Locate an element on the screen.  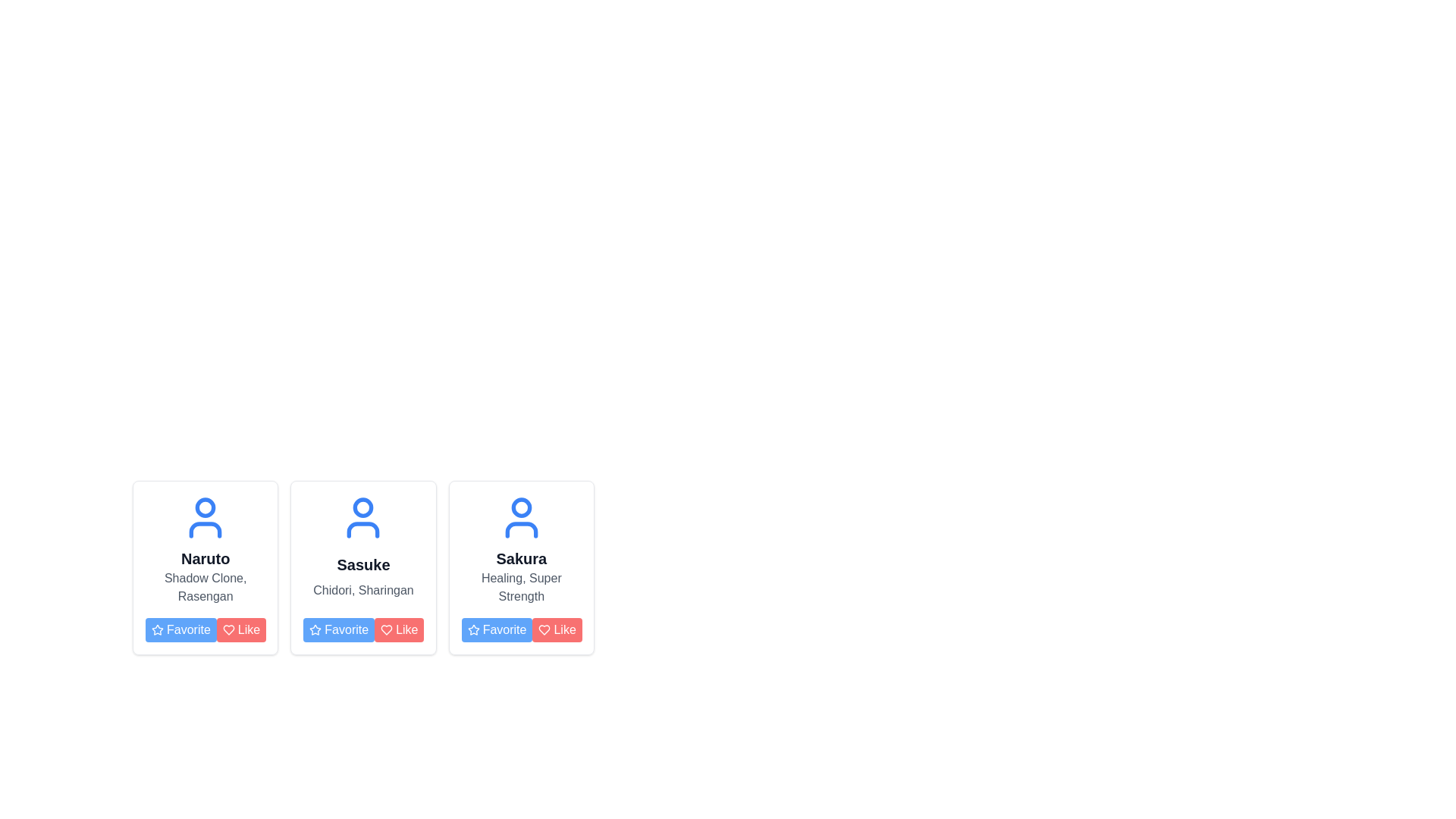
the 'Favorite' button associated with 'Sakura' is located at coordinates (497, 629).